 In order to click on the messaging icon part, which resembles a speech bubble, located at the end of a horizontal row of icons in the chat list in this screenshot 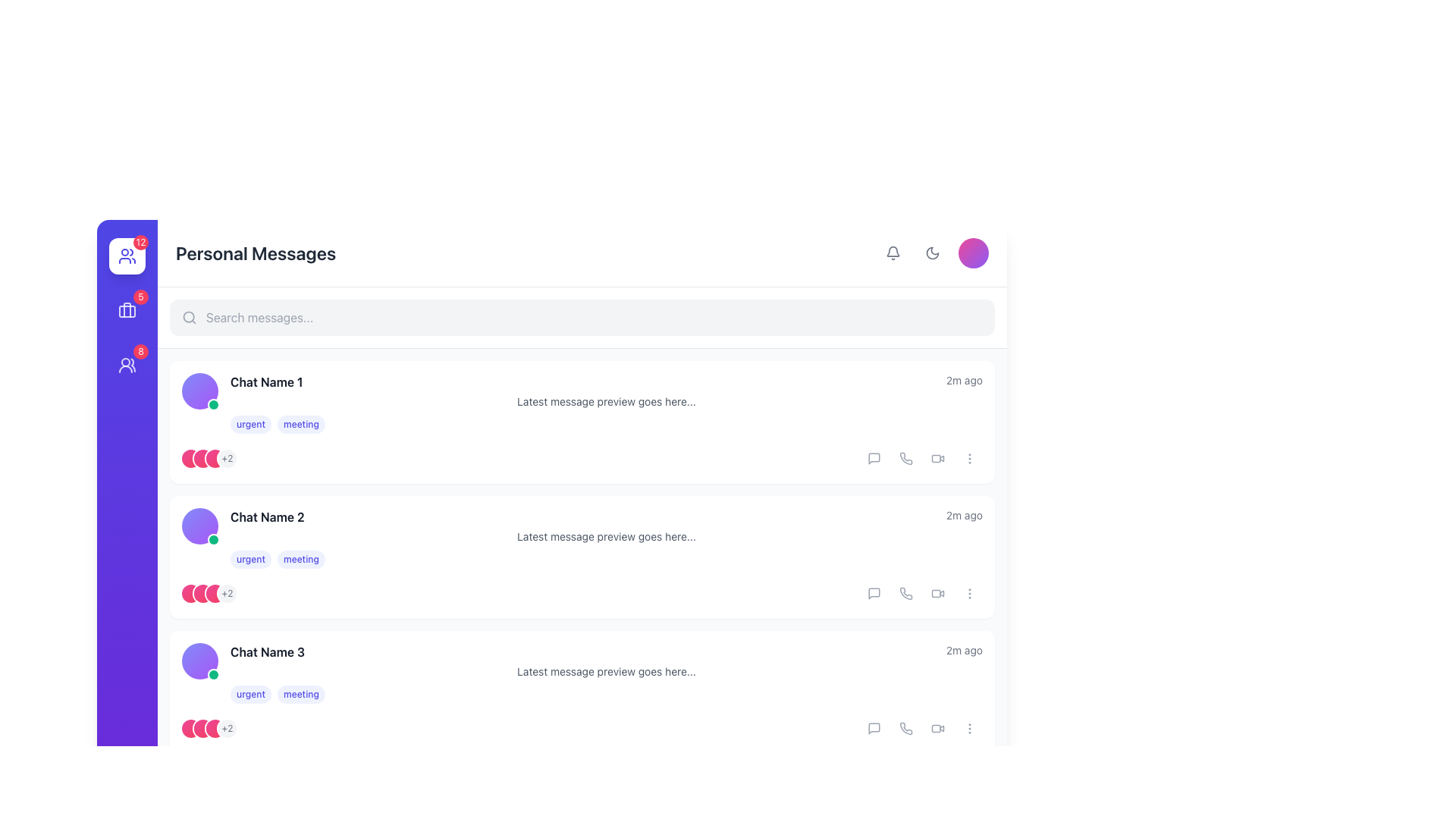, I will do `click(874, 727)`.